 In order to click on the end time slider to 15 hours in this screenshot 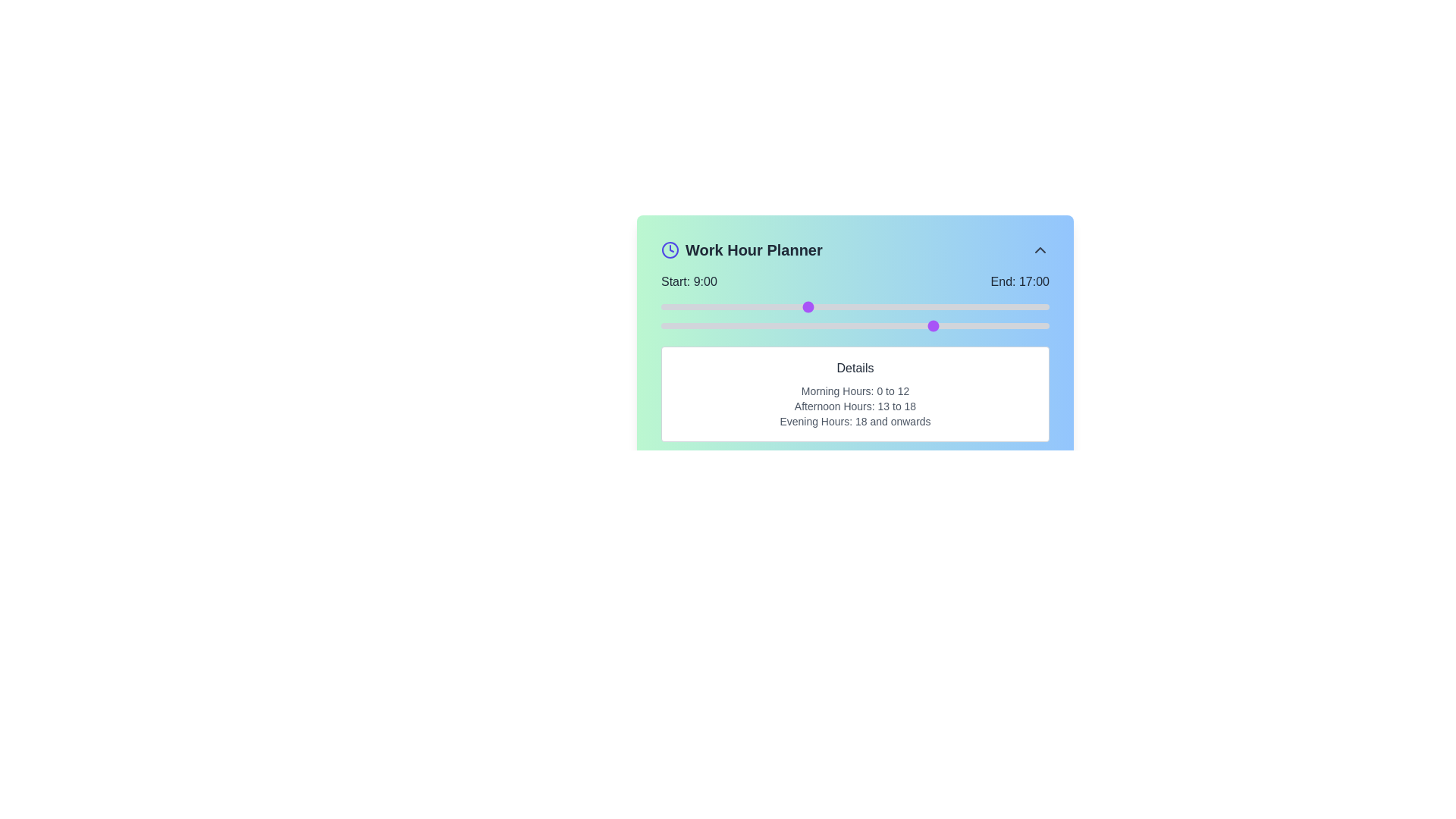, I will do `click(903, 325)`.